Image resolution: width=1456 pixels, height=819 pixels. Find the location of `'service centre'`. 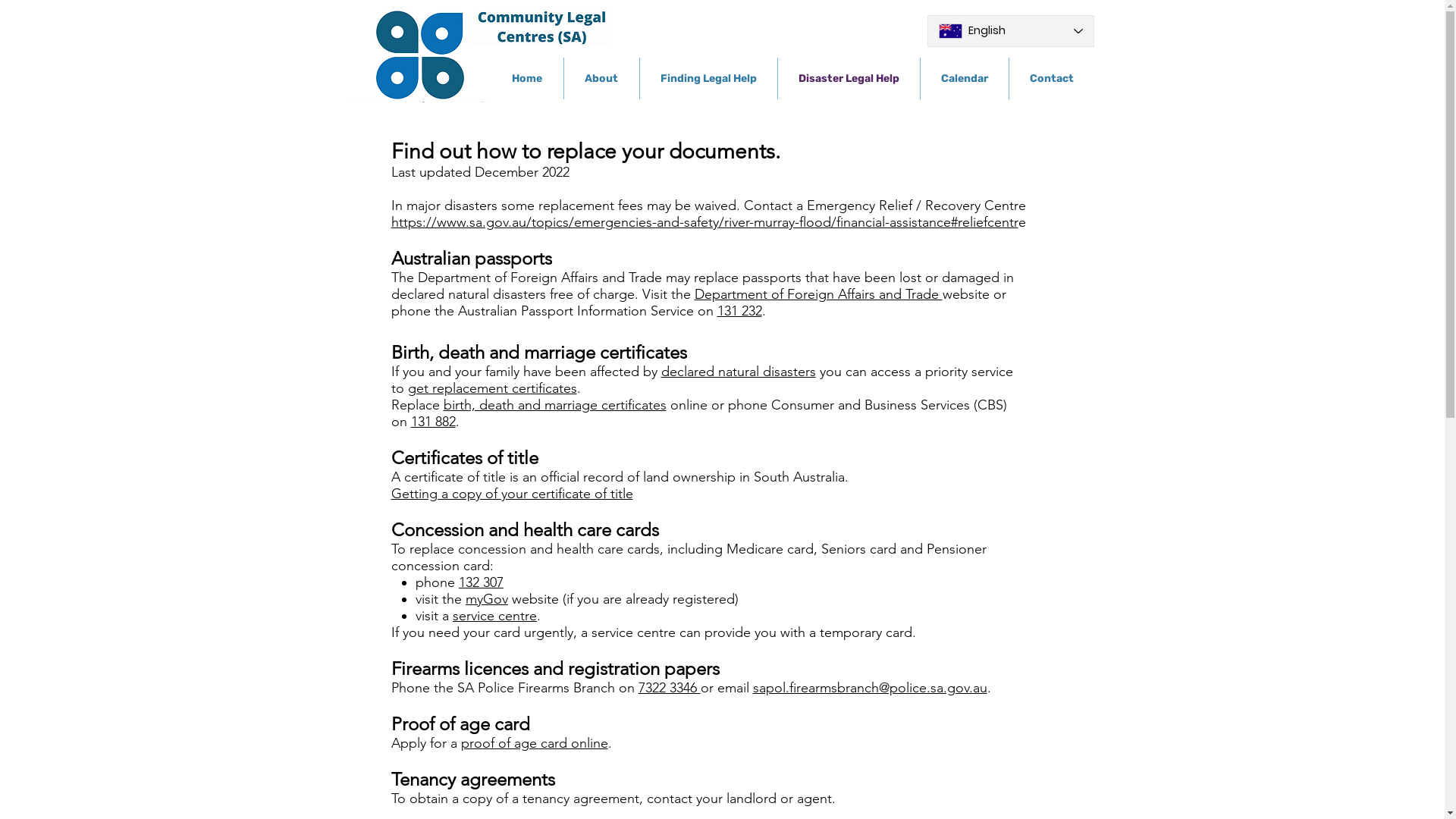

'service centre' is located at coordinates (494, 616).